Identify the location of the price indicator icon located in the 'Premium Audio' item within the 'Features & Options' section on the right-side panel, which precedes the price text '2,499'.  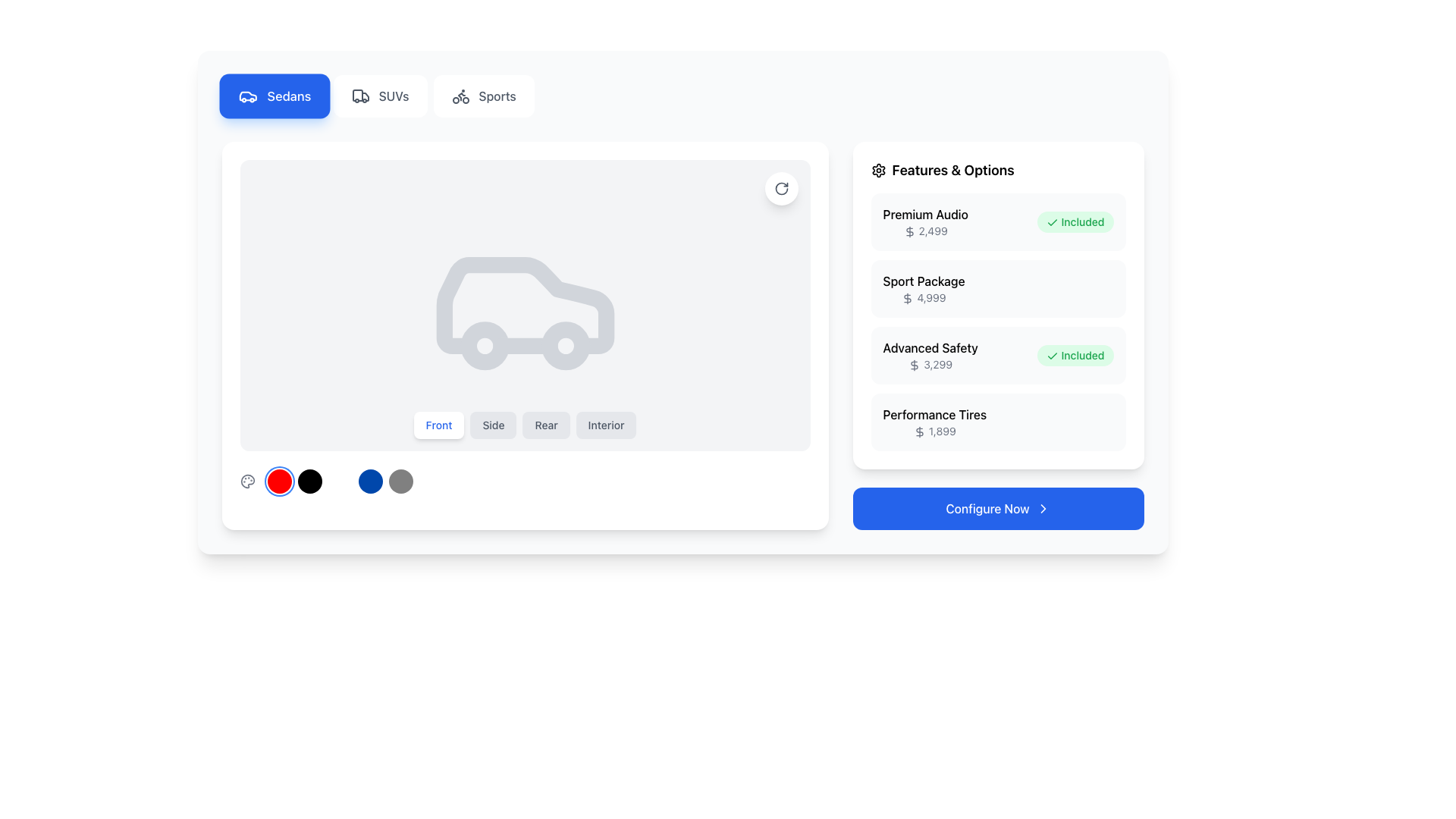
(909, 232).